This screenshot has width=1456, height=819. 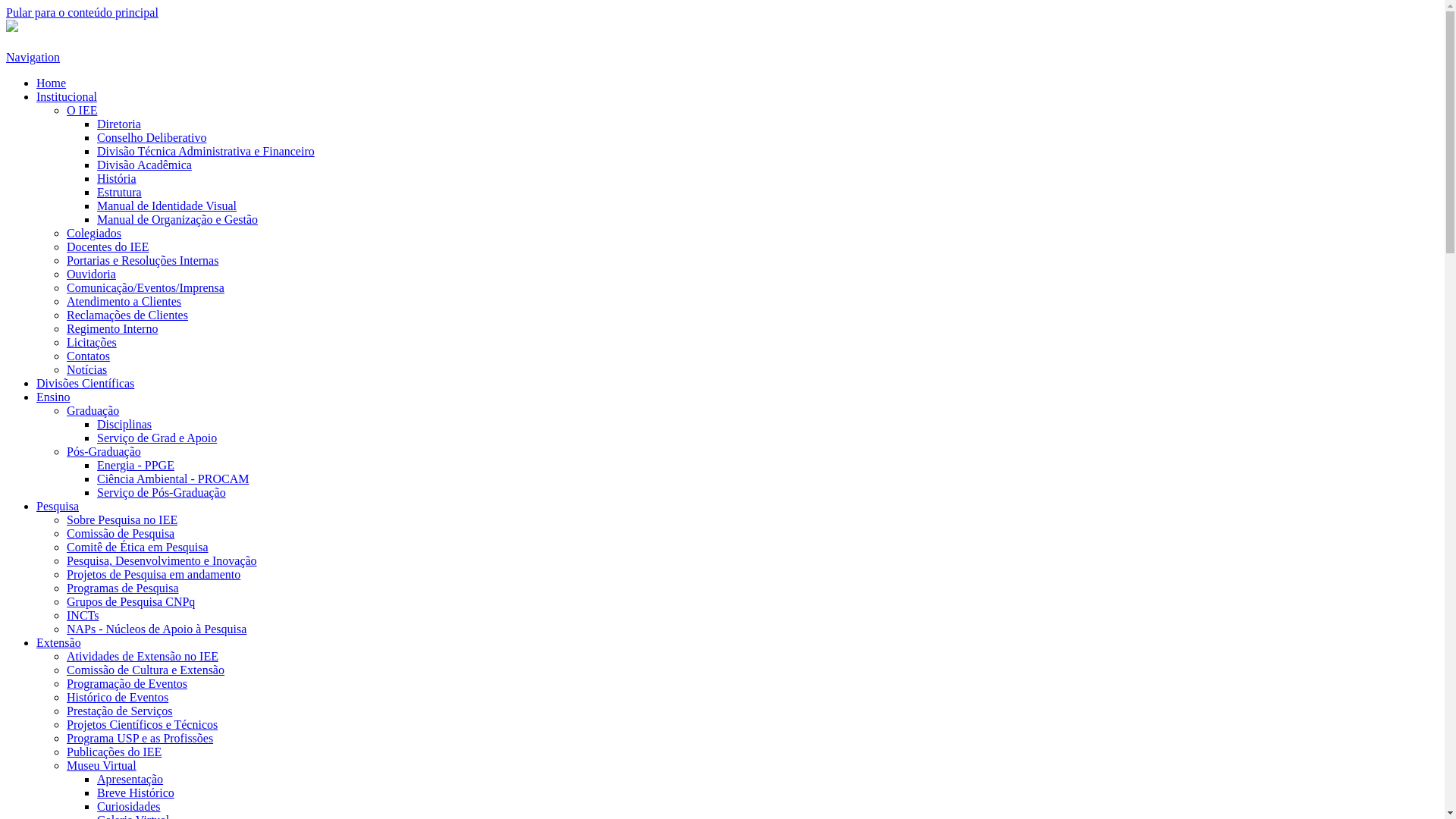 What do you see at coordinates (33, 56) in the screenshot?
I see `'Navigation'` at bounding box center [33, 56].